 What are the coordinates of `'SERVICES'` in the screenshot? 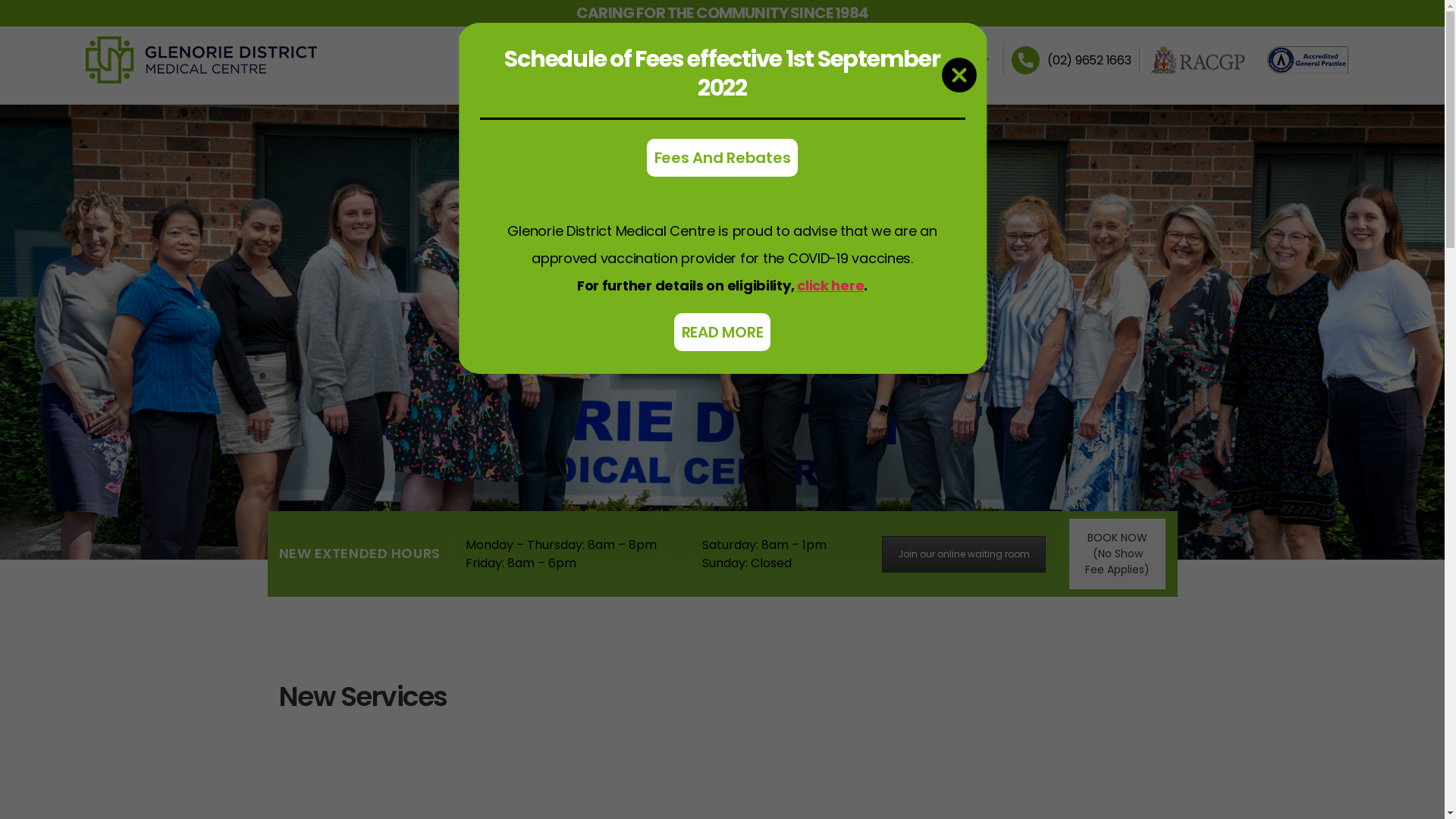 It's located at (763, 59).